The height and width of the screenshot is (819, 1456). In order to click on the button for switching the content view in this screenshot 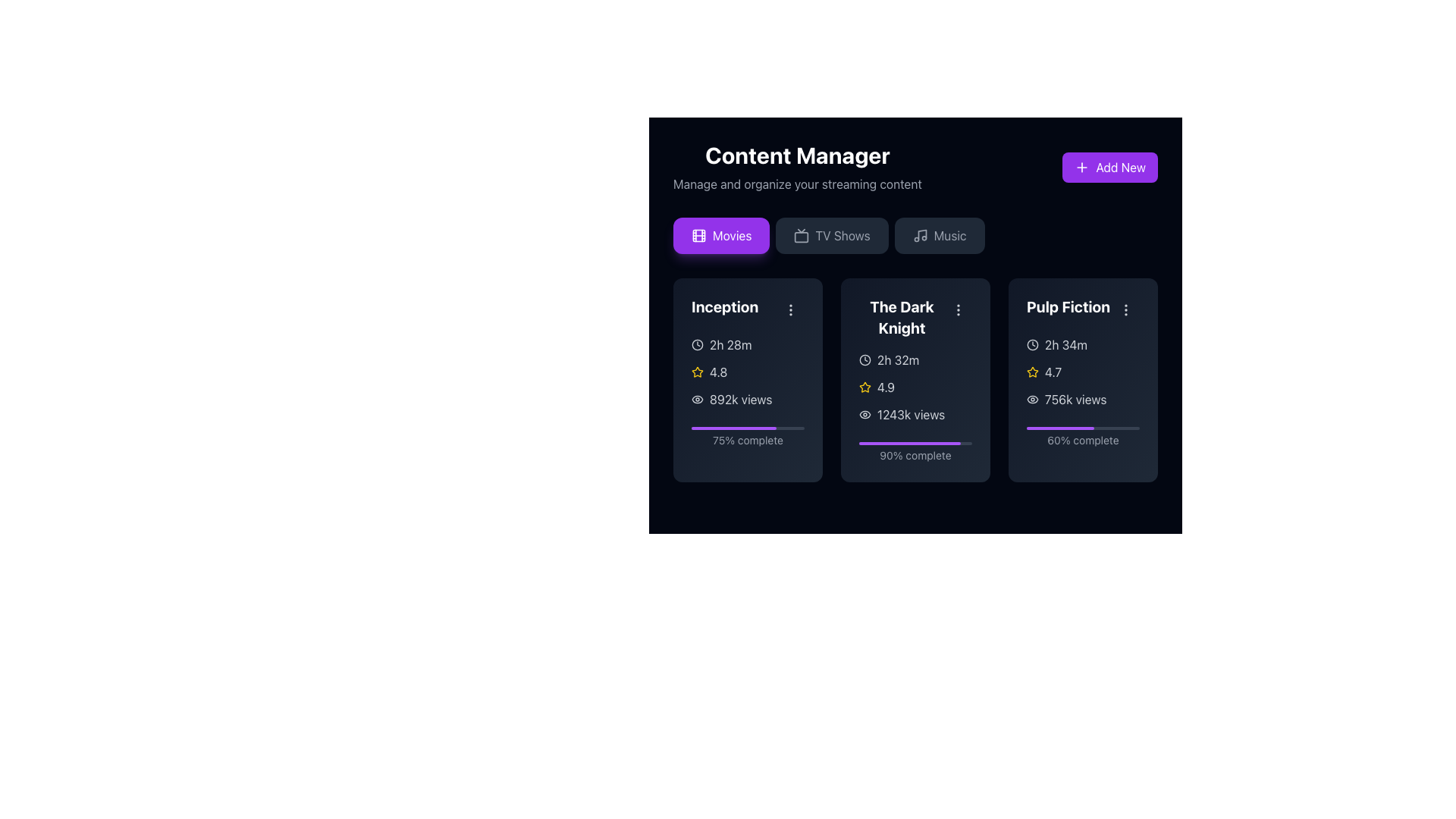, I will do `click(831, 236)`.